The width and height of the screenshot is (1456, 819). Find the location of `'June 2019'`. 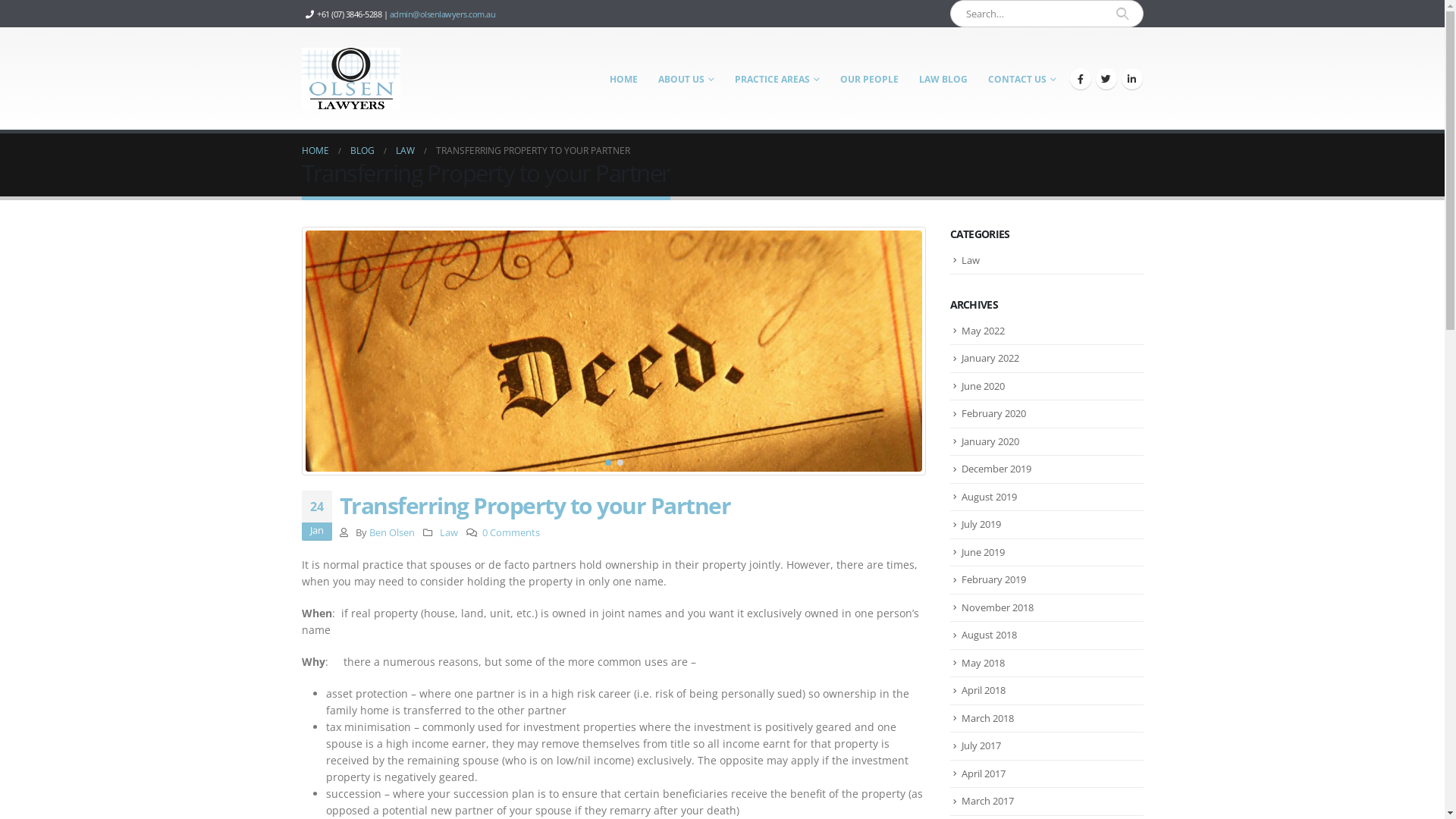

'June 2019' is located at coordinates (960, 552).